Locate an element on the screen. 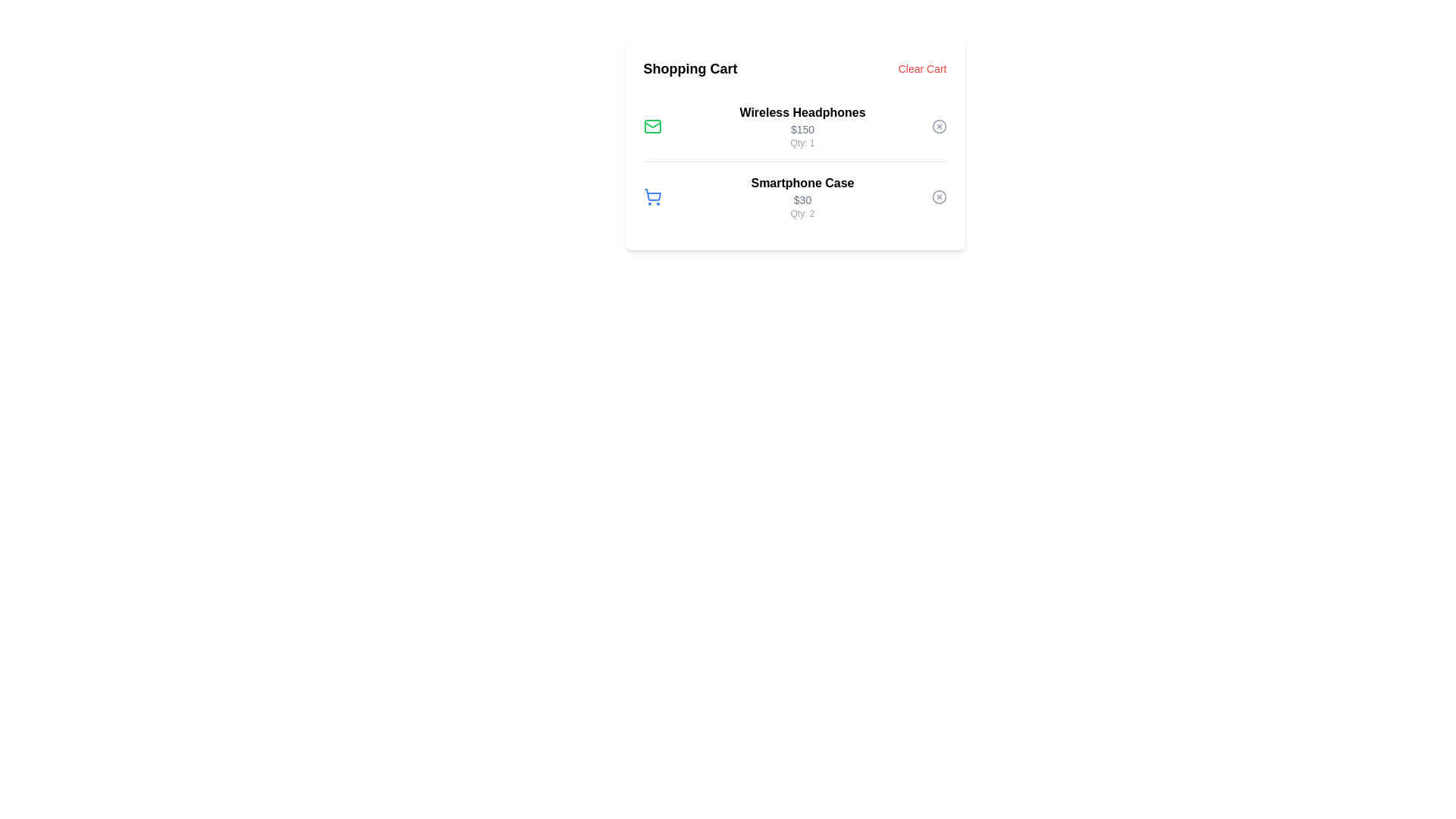 The height and width of the screenshot is (819, 1456). the blue shopping cart icon located to the left of the text 'Smartphone Case' in the Shopping Cart panel is located at coordinates (652, 196).